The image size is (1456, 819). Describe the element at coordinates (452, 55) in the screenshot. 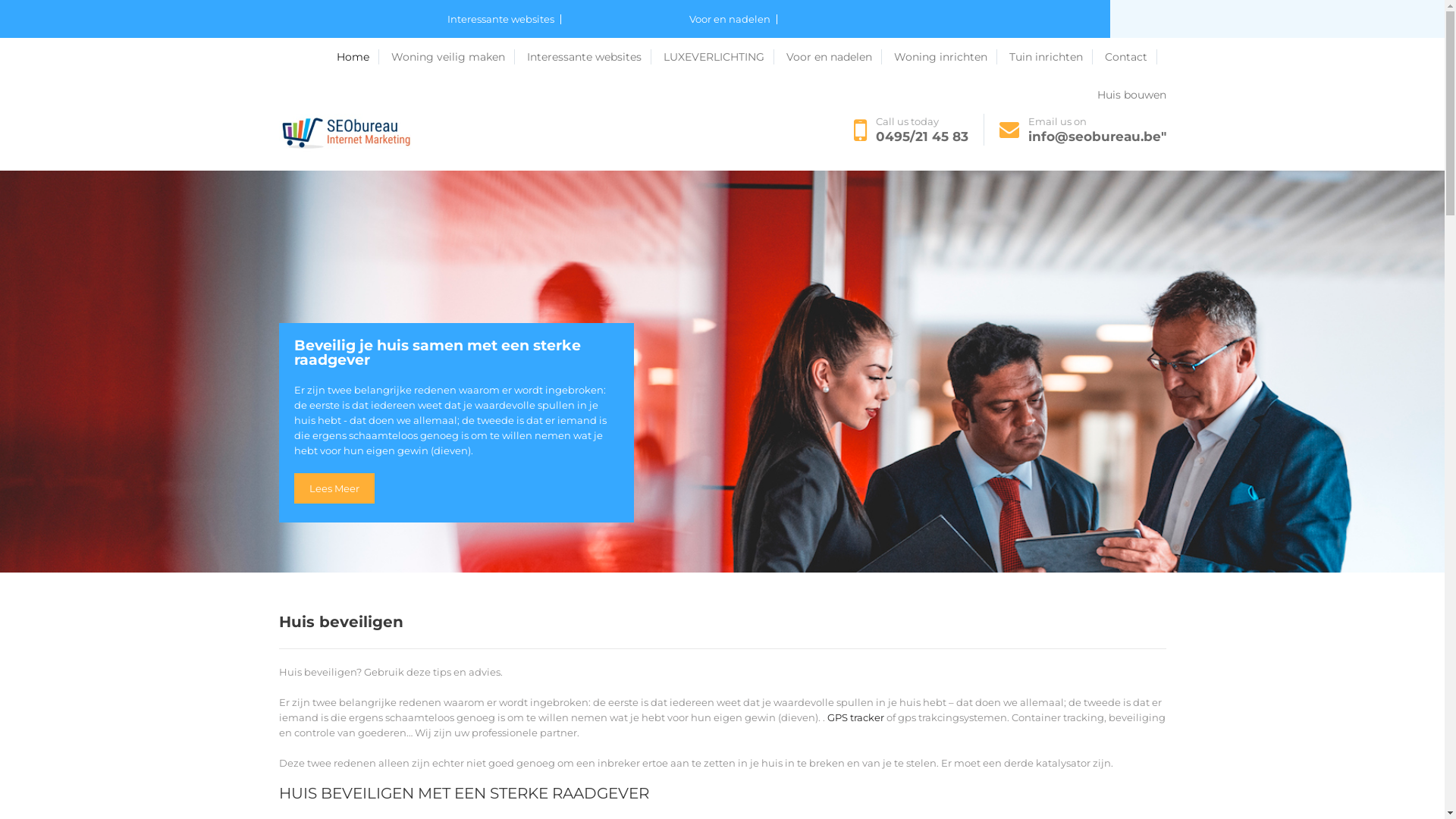

I see `'Woning veilig maken'` at that location.